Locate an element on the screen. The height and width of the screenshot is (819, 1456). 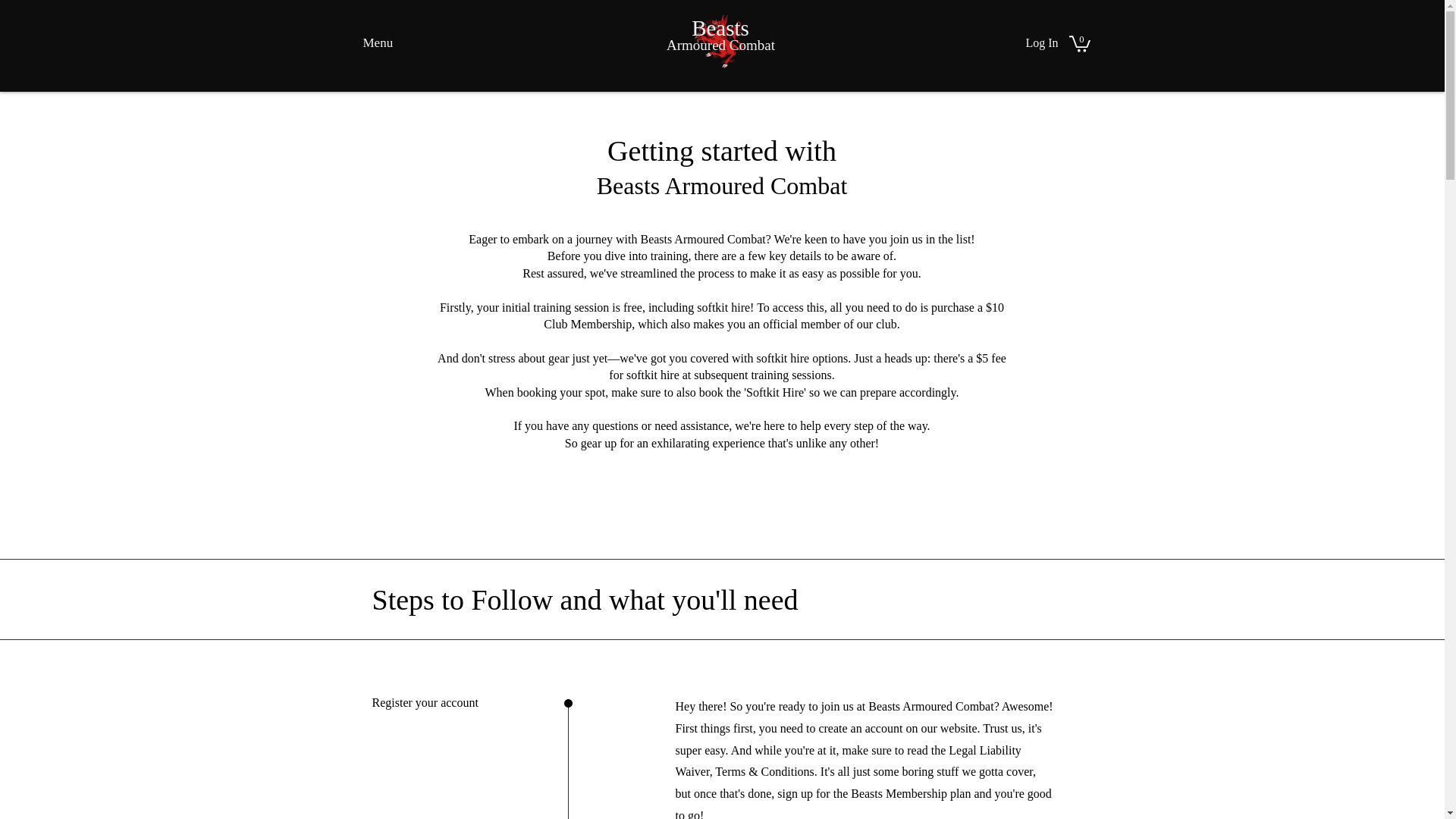
'Armoured Combat' is located at coordinates (720, 44).